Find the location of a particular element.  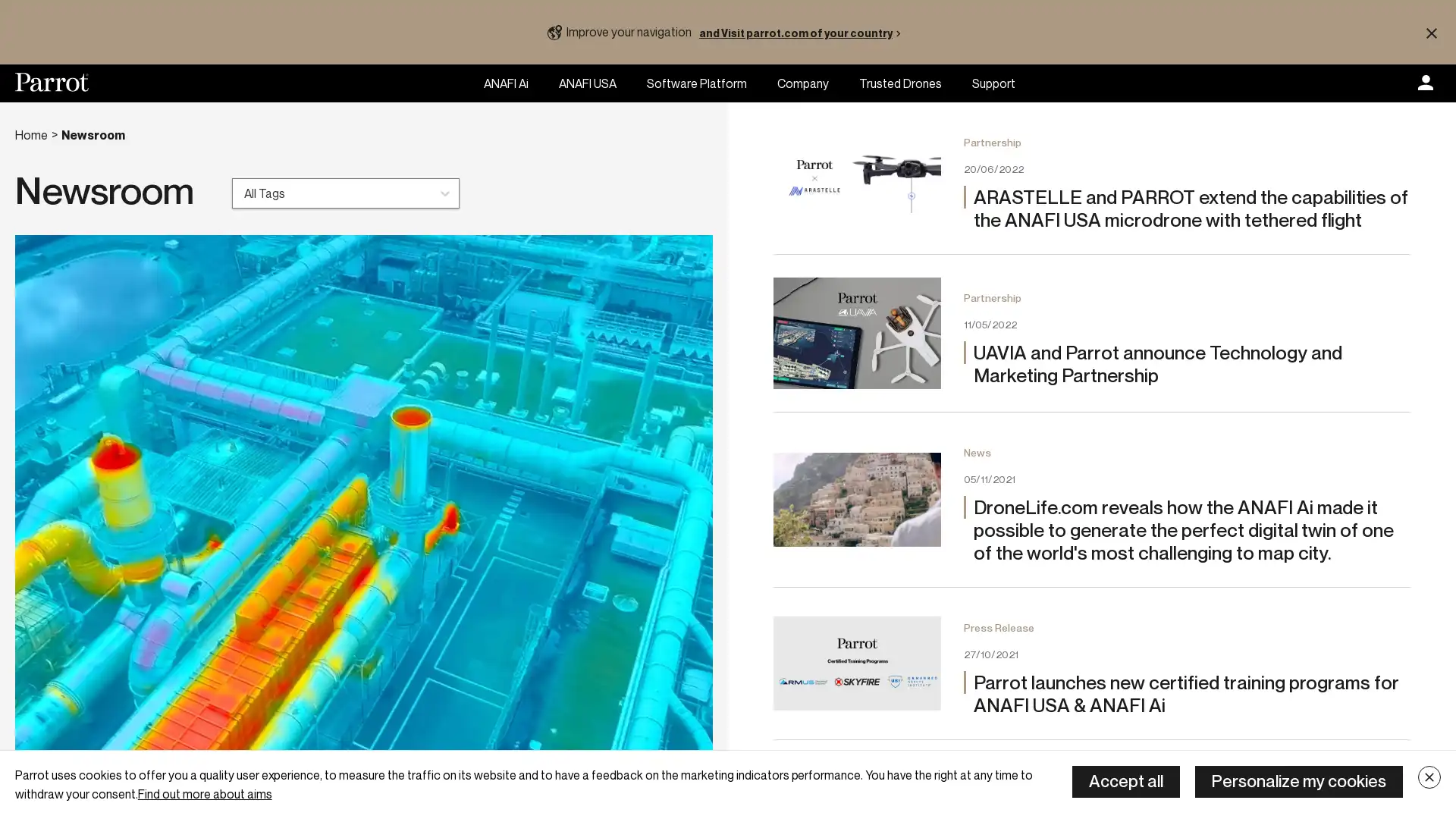

my-parrot is located at coordinates (1425, 83).